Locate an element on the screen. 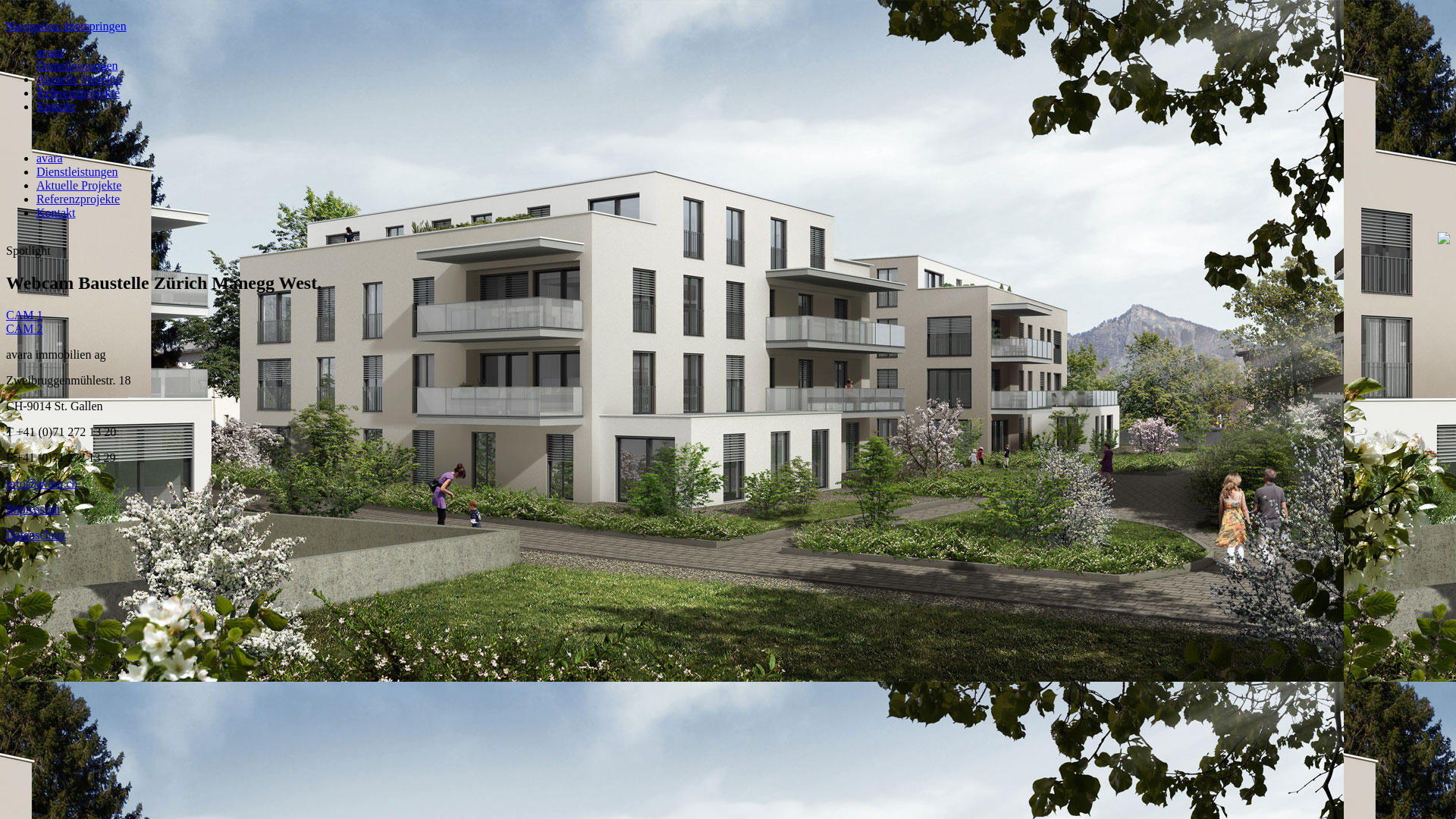  'CAM 2' is located at coordinates (24, 328).